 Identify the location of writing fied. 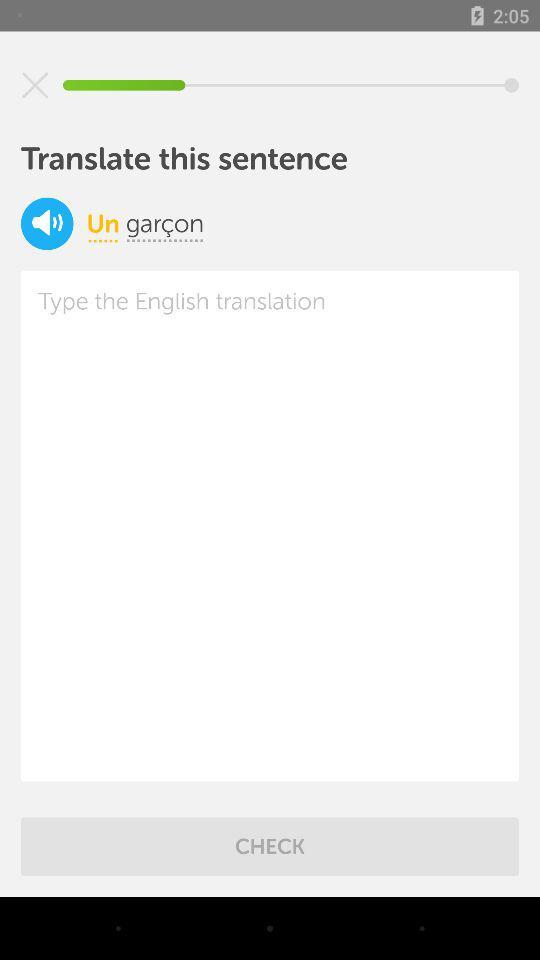
(270, 525).